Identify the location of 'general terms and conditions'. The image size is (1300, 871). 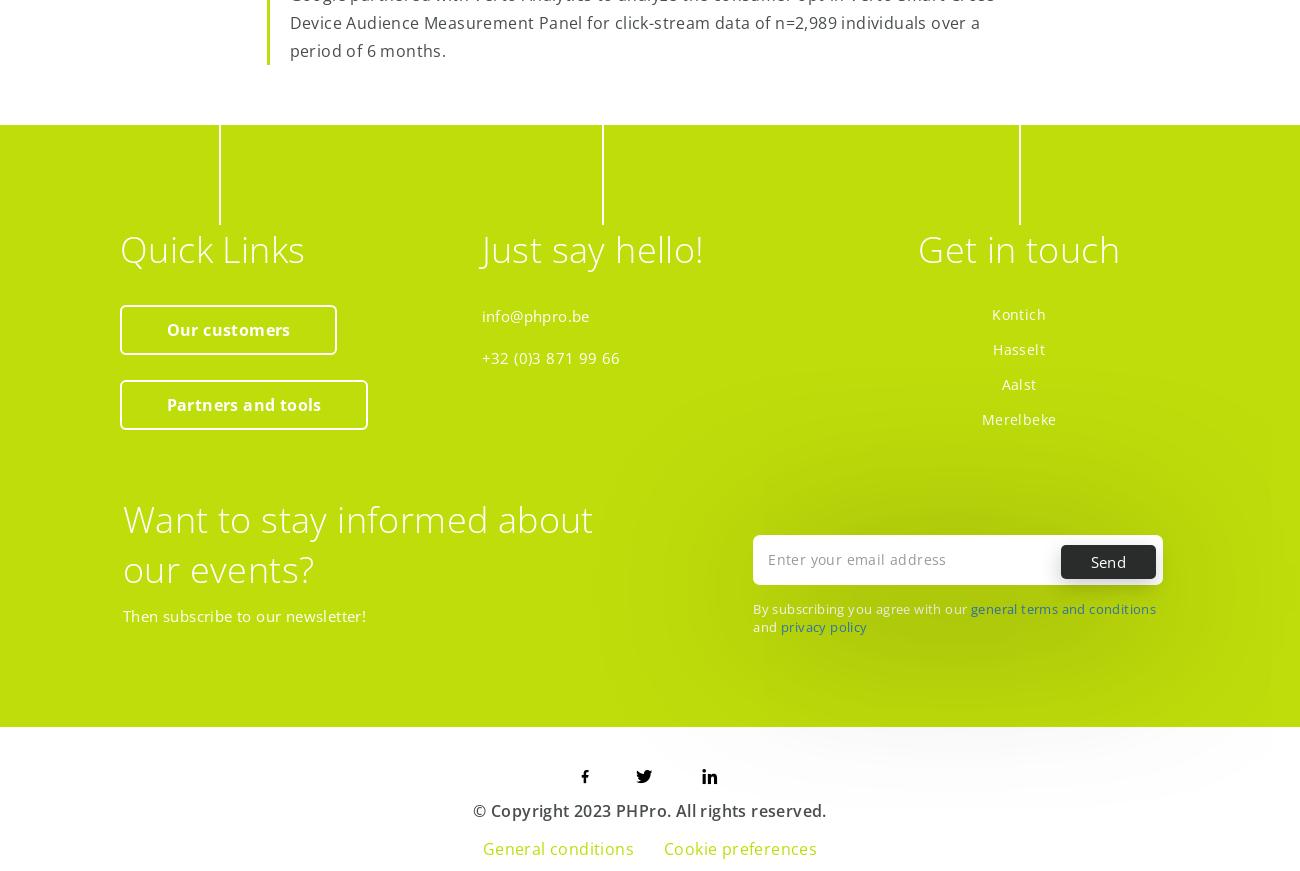
(970, 606).